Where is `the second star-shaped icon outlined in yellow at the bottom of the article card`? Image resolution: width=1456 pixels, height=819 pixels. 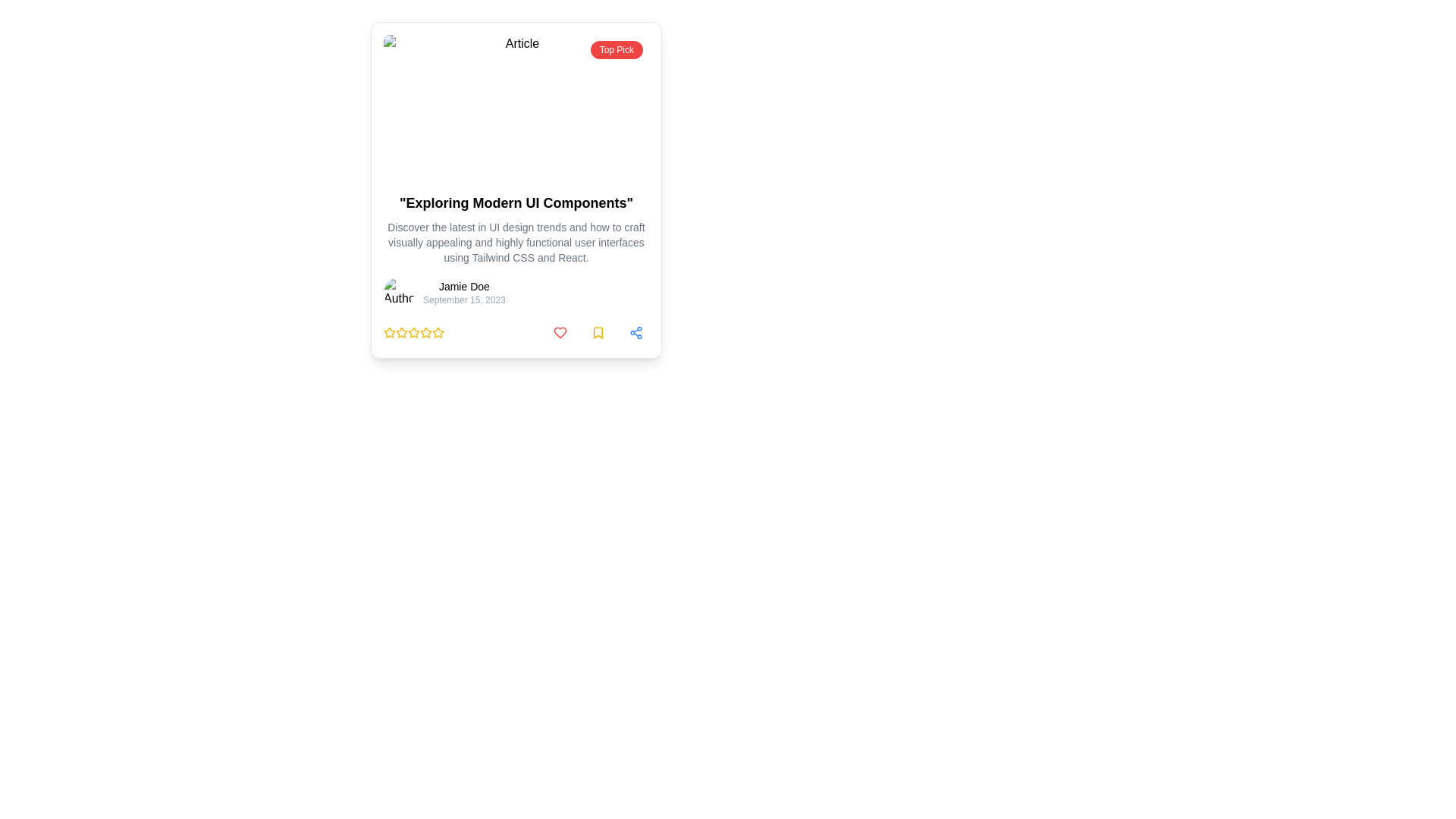
the second star-shaped icon outlined in yellow at the bottom of the article card is located at coordinates (425, 331).